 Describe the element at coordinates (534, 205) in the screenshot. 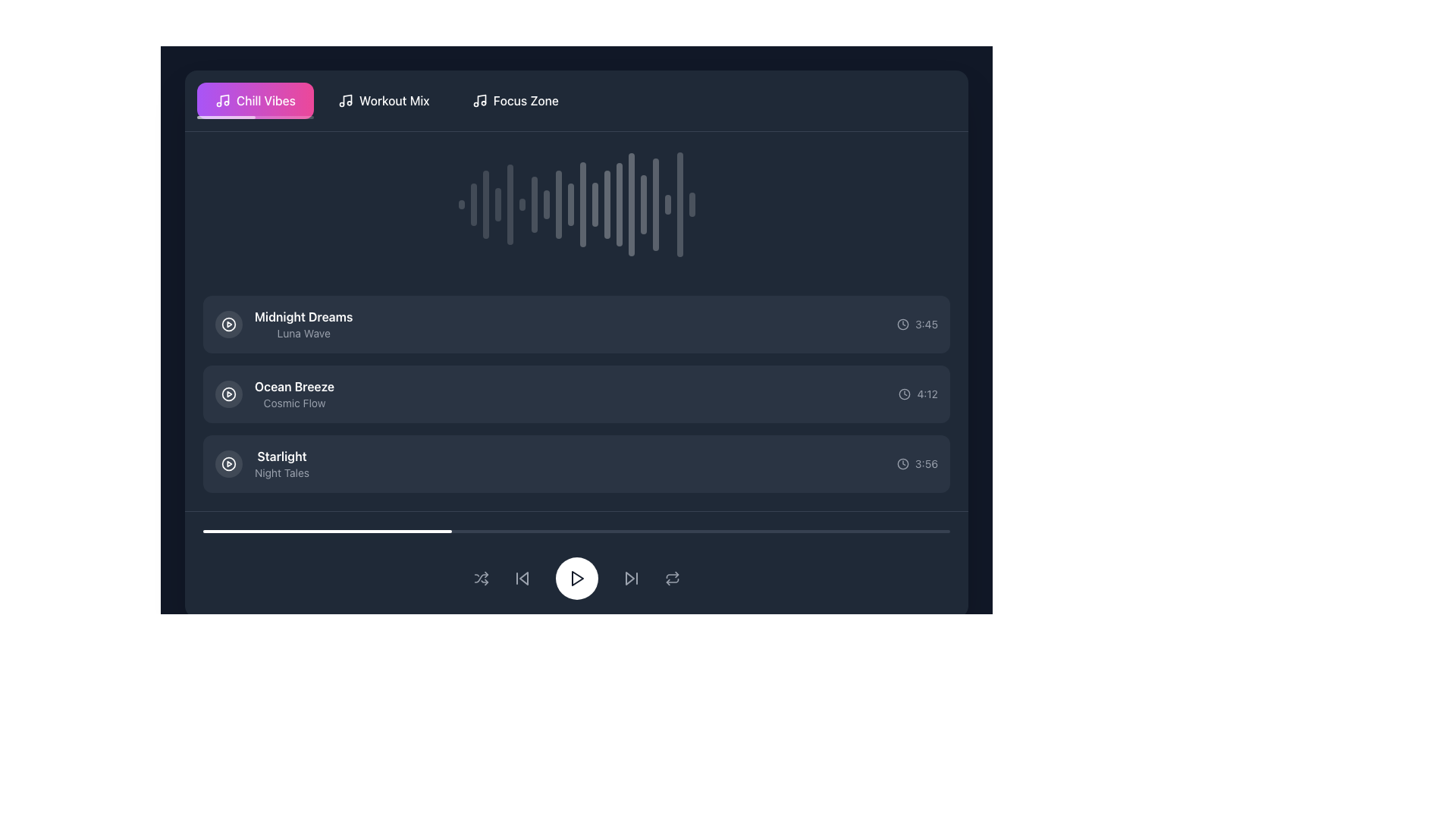

I see `the seventh vertical bar in the animated audio waveform representation, which is semi-transparent gray and has rounded ends` at that location.